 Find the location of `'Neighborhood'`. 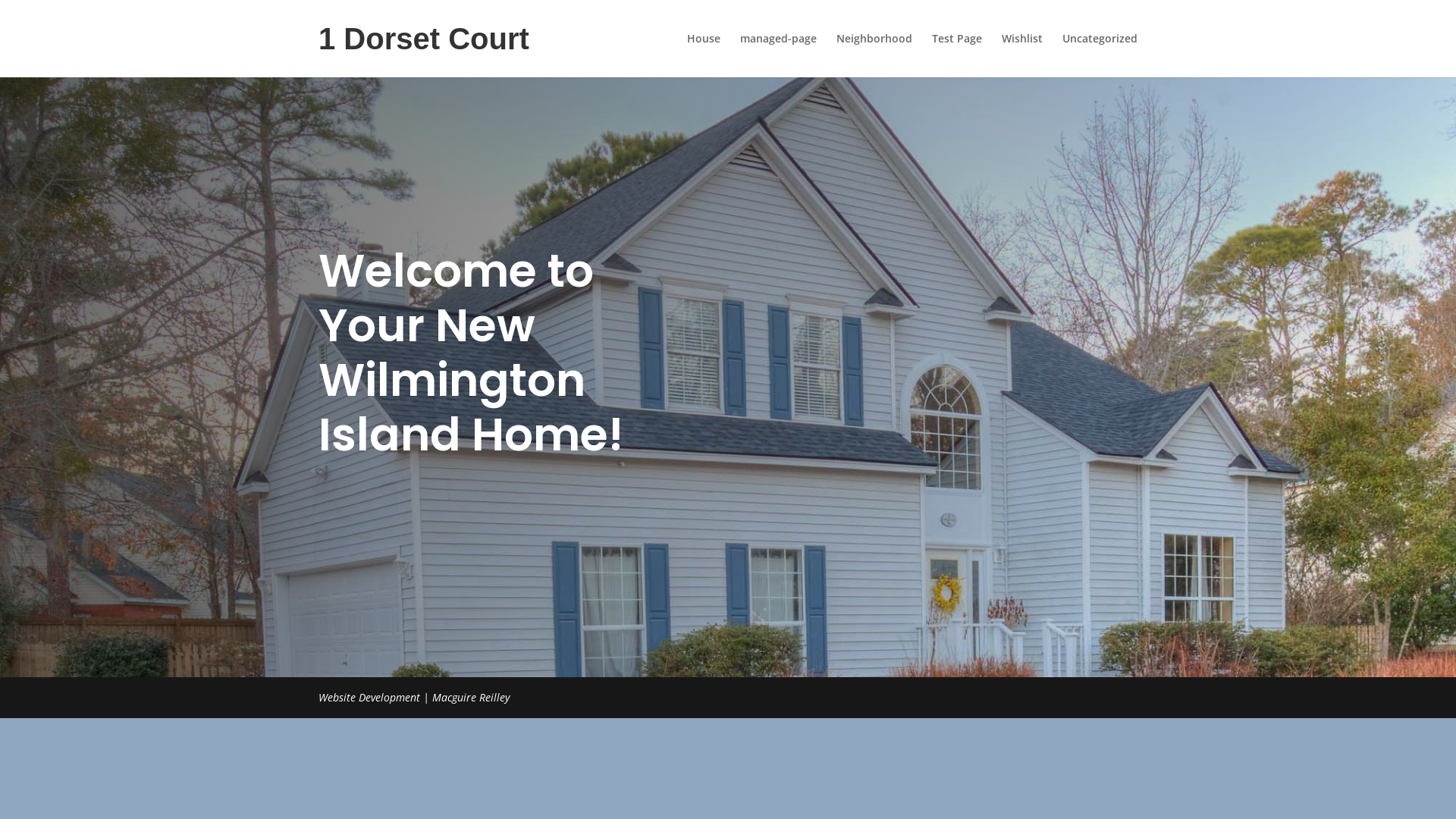

'Neighborhood' is located at coordinates (874, 55).